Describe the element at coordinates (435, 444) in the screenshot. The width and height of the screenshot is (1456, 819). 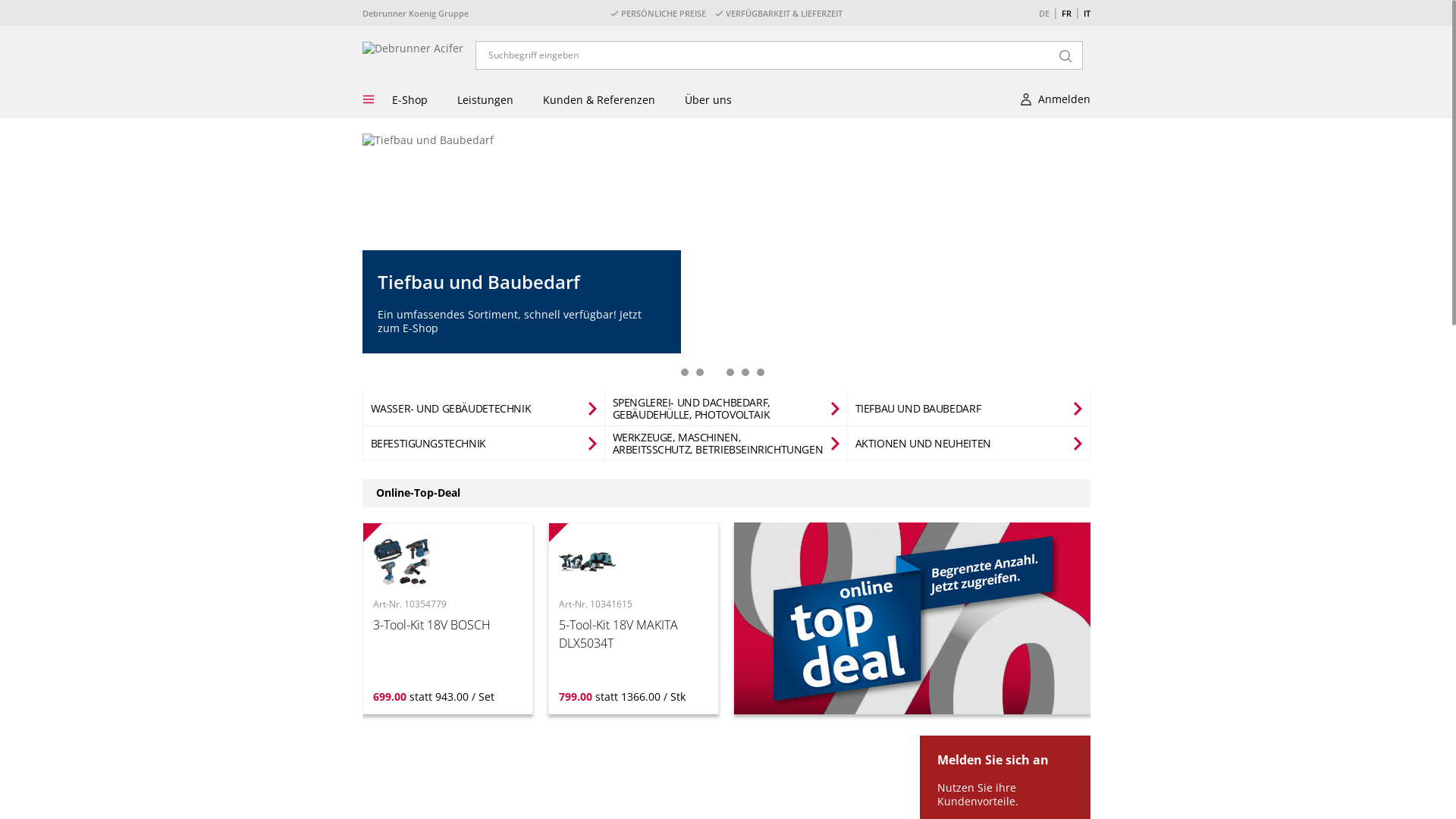
I see `'BEFESTIGUNGSTECHNIK'` at that location.